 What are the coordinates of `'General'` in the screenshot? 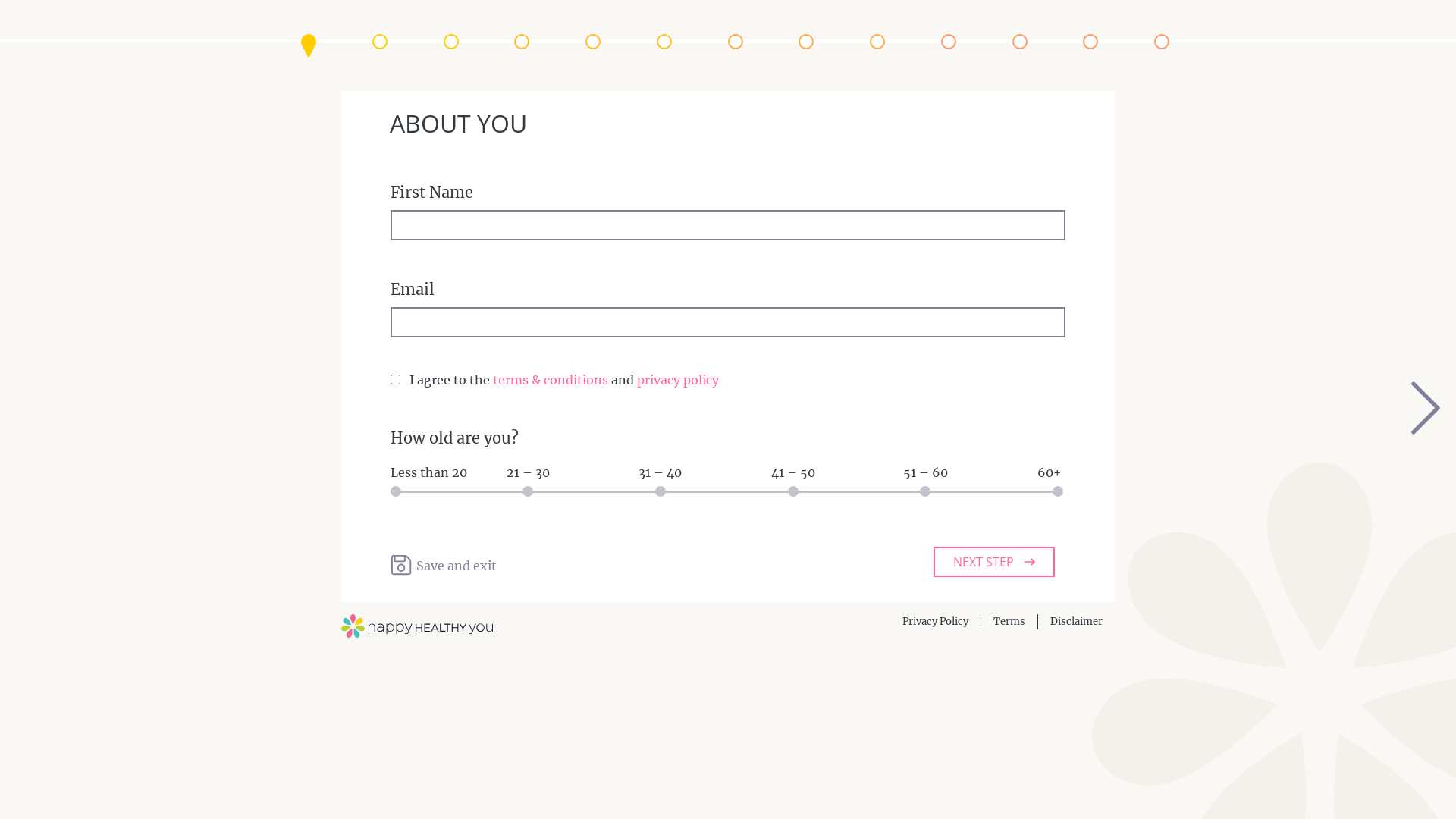 It's located at (948, 40).